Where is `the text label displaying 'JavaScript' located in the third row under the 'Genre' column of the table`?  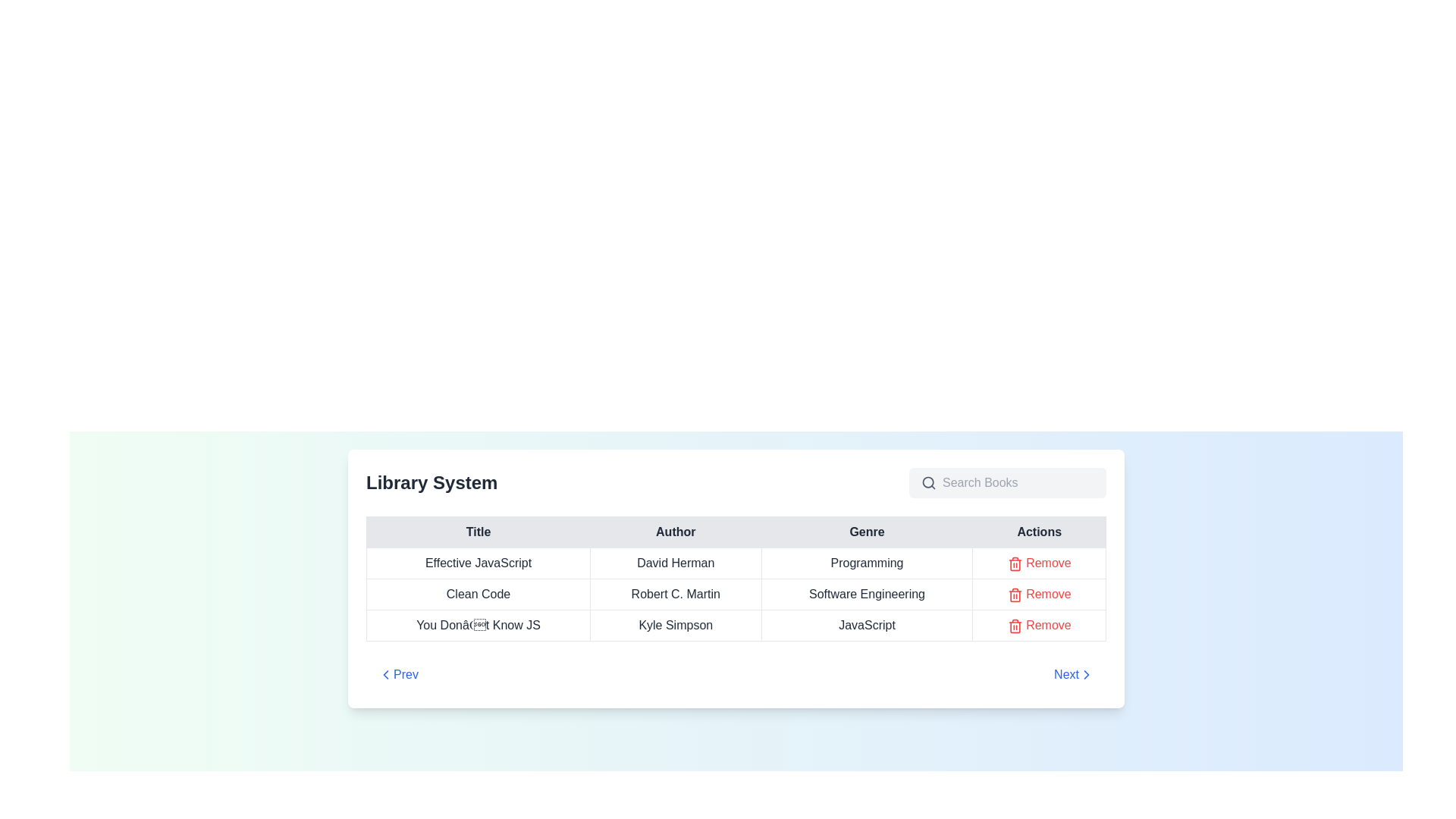
the text label displaying 'JavaScript' located in the third row under the 'Genre' column of the table is located at coordinates (867, 626).